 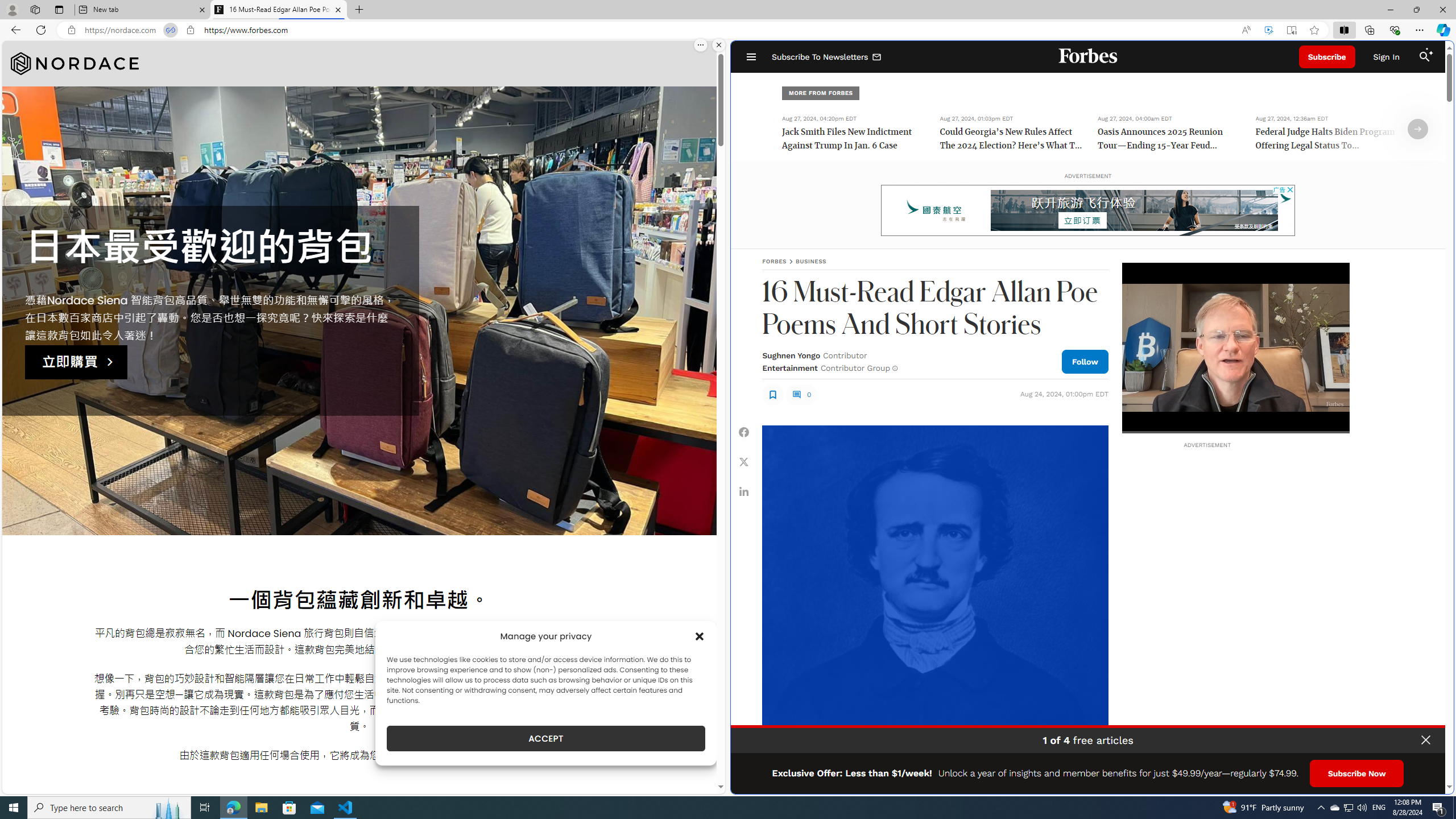 What do you see at coordinates (791, 355) in the screenshot?
I see `'Sughnen Yongo'` at bounding box center [791, 355].